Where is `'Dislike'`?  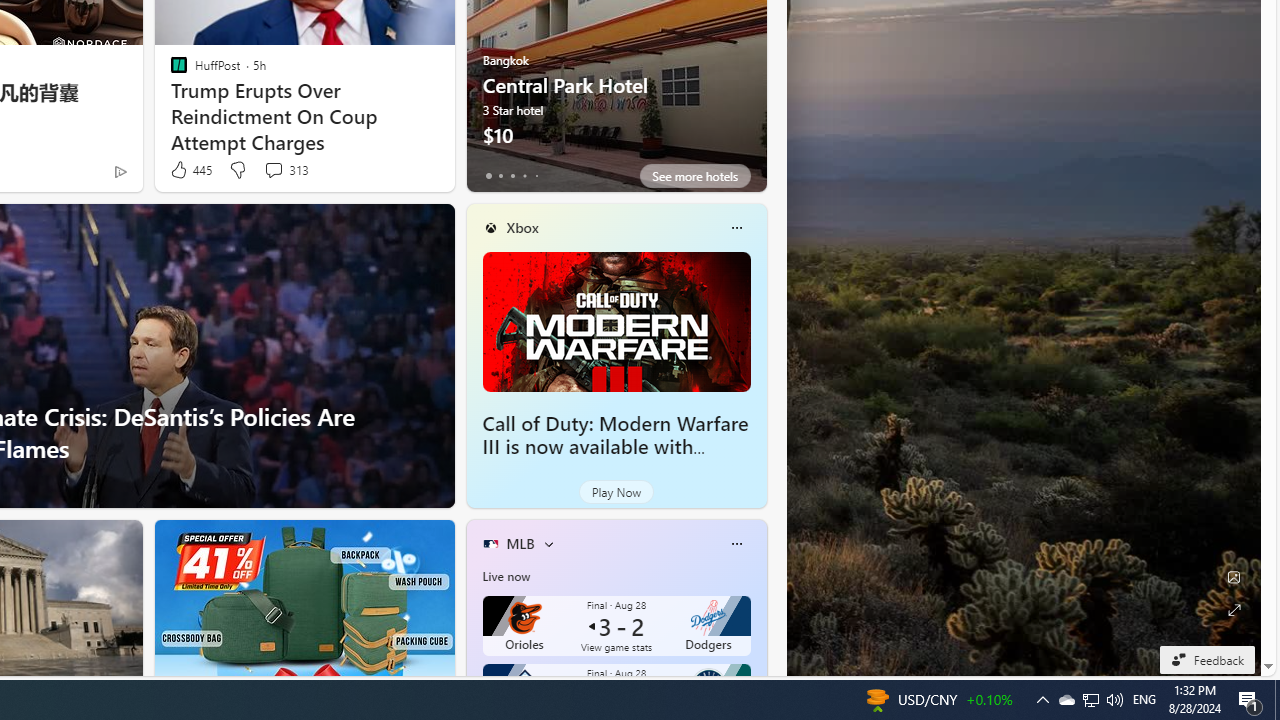 'Dislike' is located at coordinates (237, 169).